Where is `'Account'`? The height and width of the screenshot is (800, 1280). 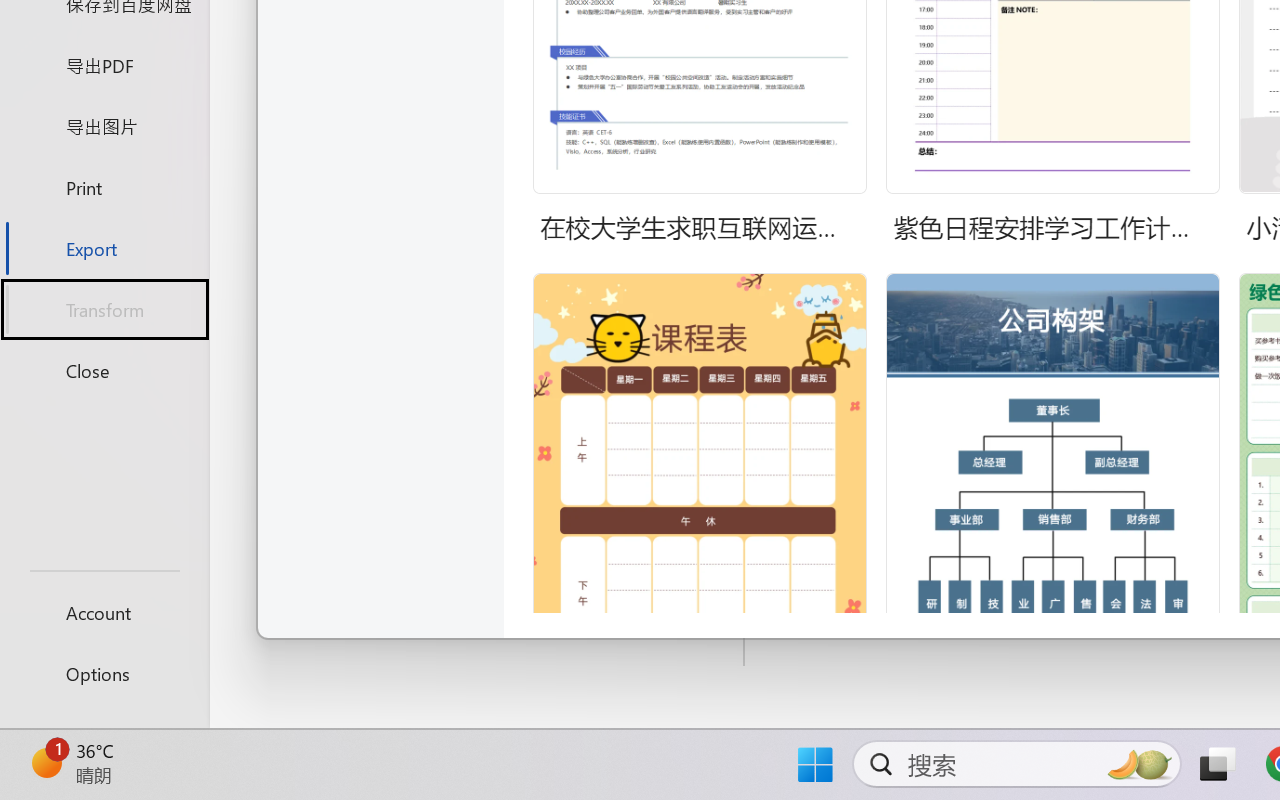
'Account' is located at coordinates (103, 612).